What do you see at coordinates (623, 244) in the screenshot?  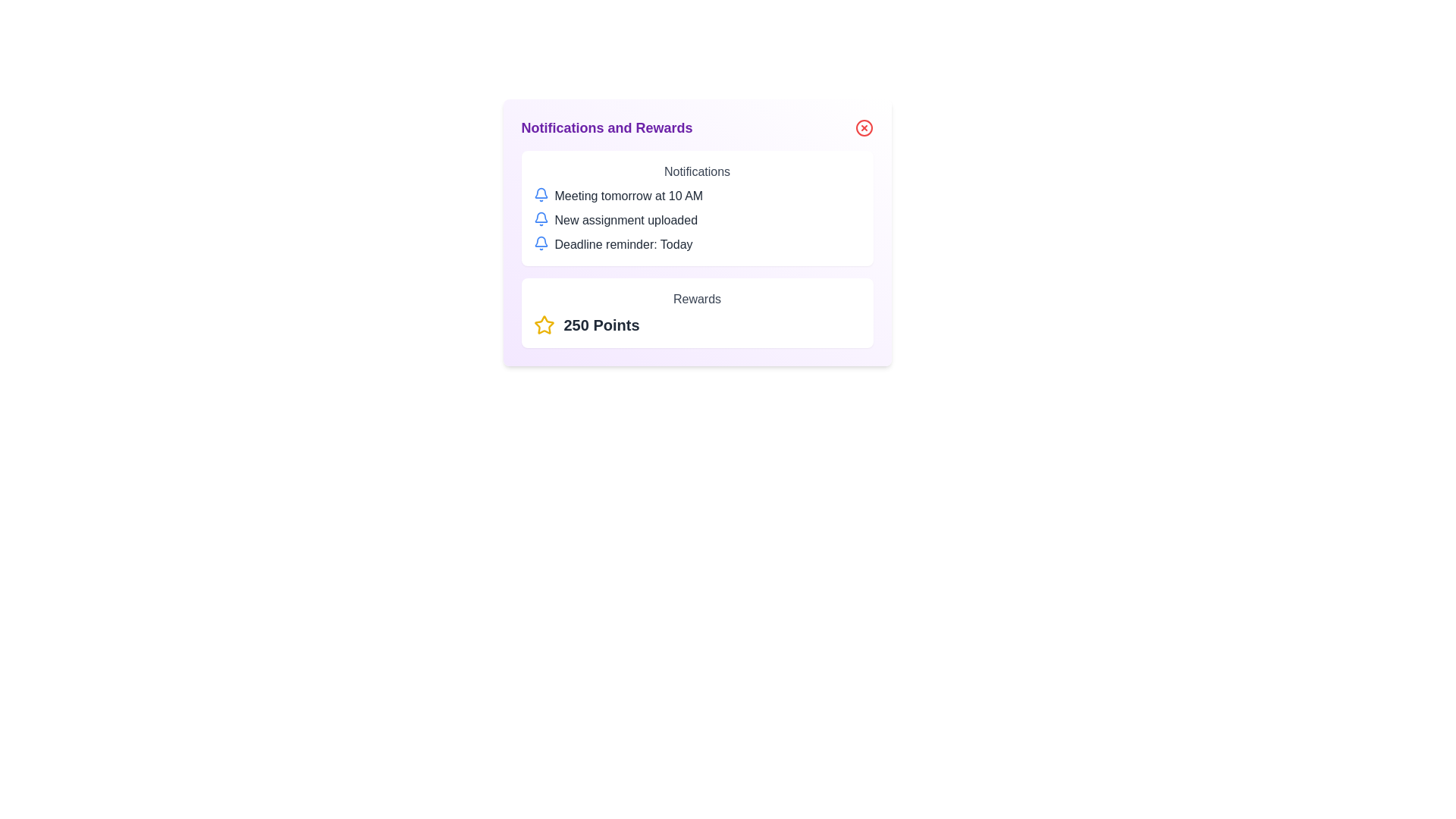 I see `text notification that says 'Deadline reminder: Today', which is the third notification in the list within the 'Notifications' section of the 'Notifications and Rewards' card` at bounding box center [623, 244].